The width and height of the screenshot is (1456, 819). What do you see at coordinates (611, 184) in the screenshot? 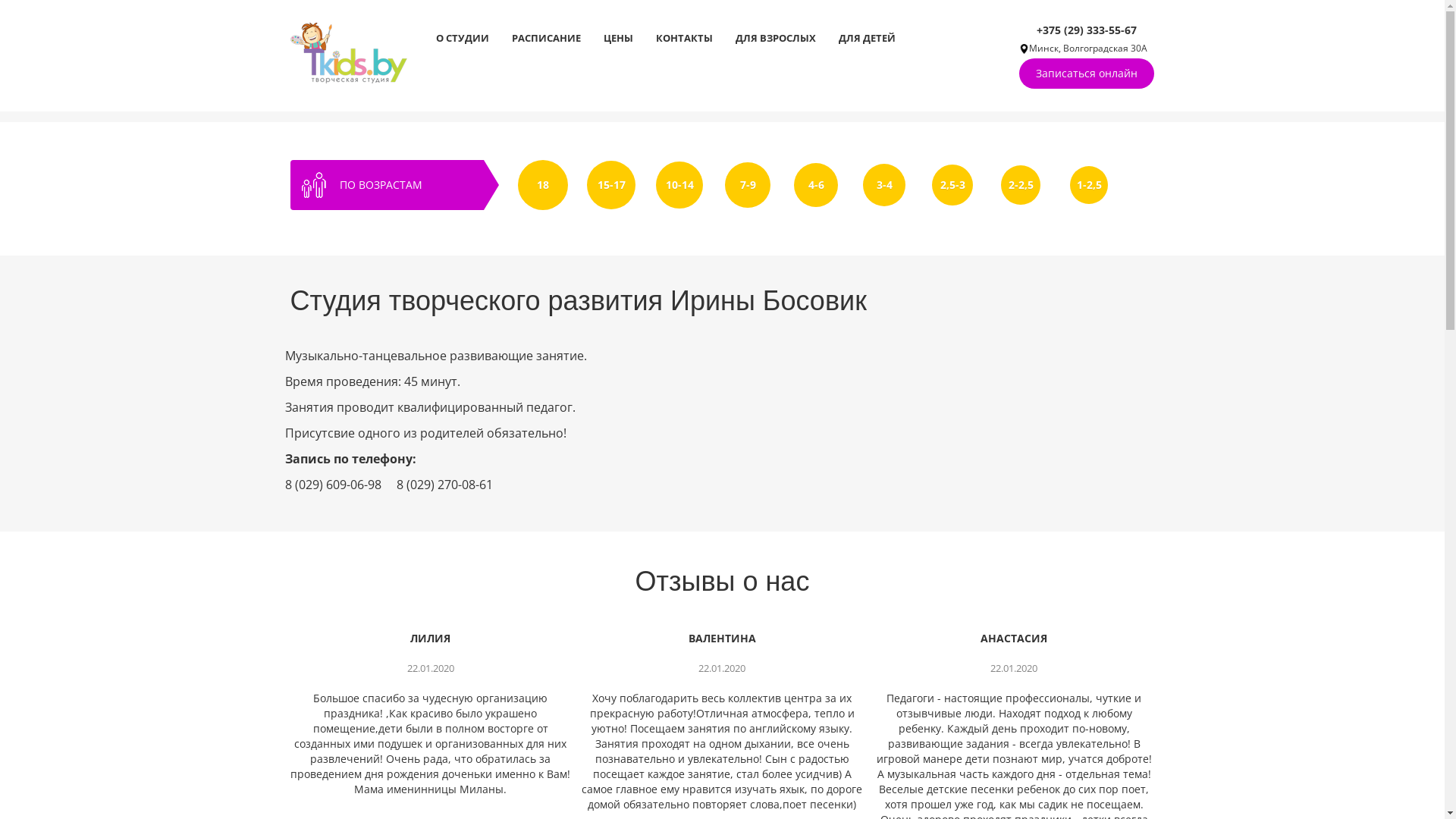
I see `'15-17'` at bounding box center [611, 184].